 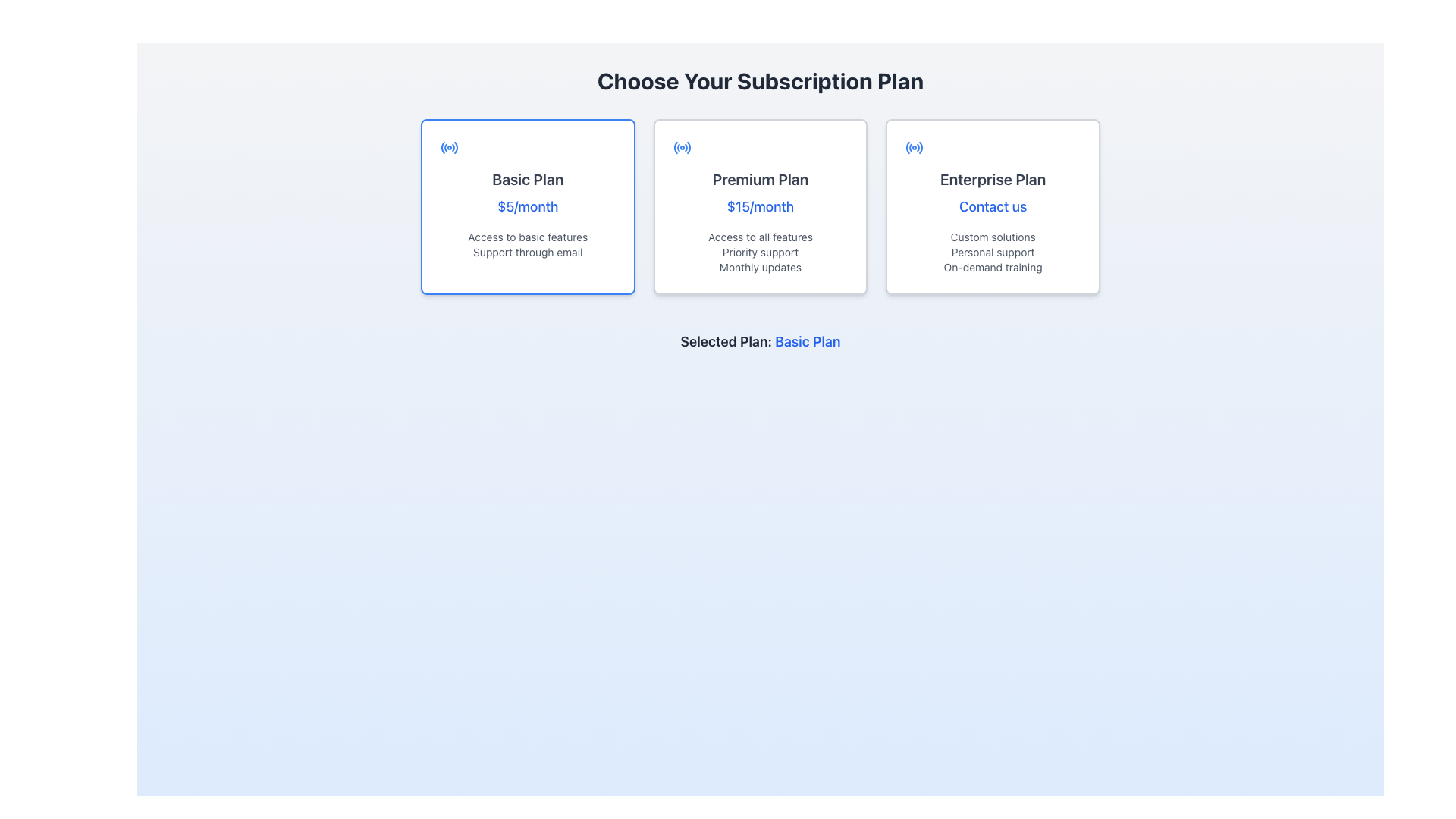 I want to click on the static text display that reads 'Access to all features', which is the first item in the bullet points under the 'Premium Plan' card, so click(x=761, y=237).